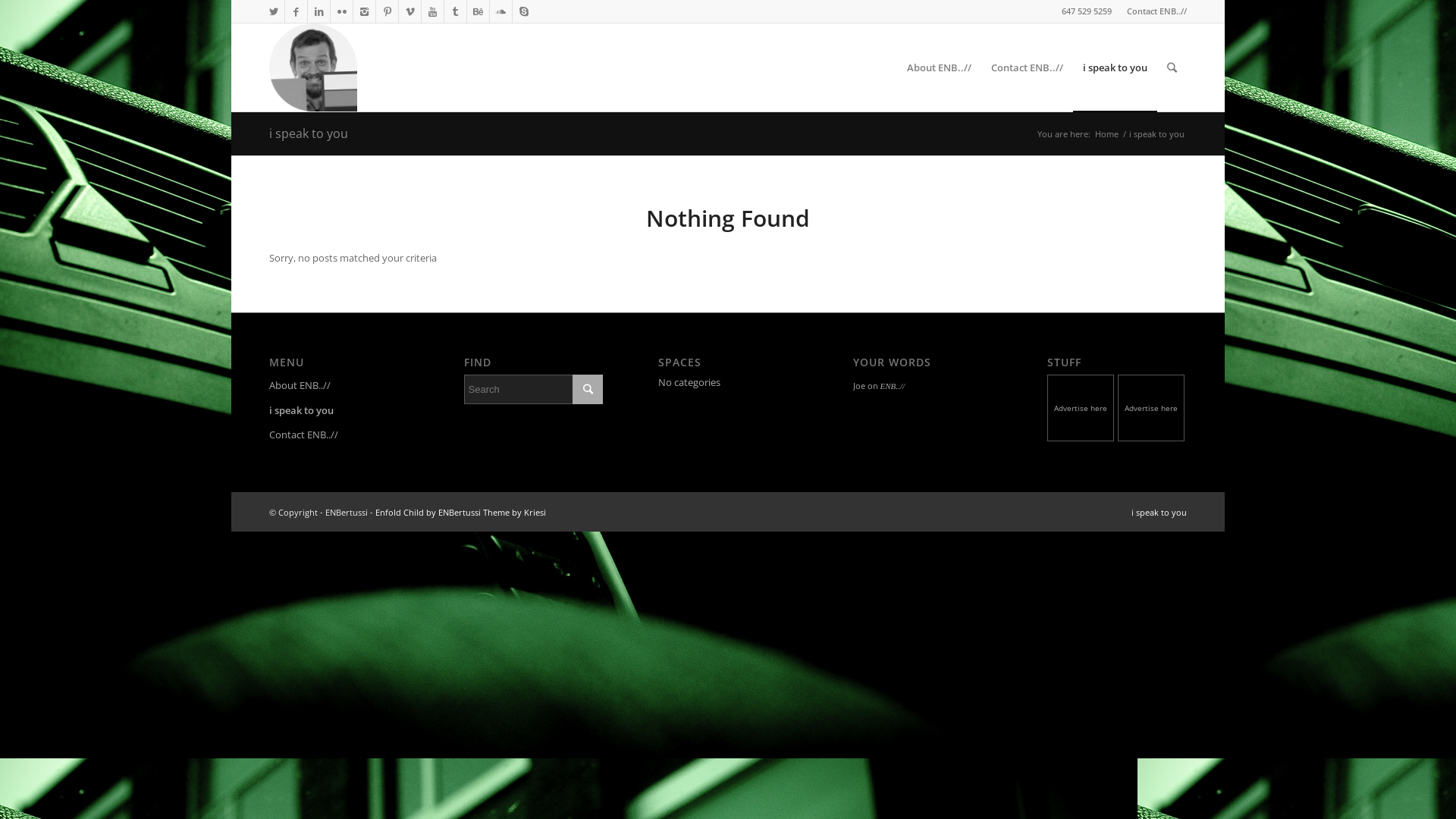 The image size is (1456, 819). What do you see at coordinates (1158, 512) in the screenshot?
I see `'i speak to you'` at bounding box center [1158, 512].